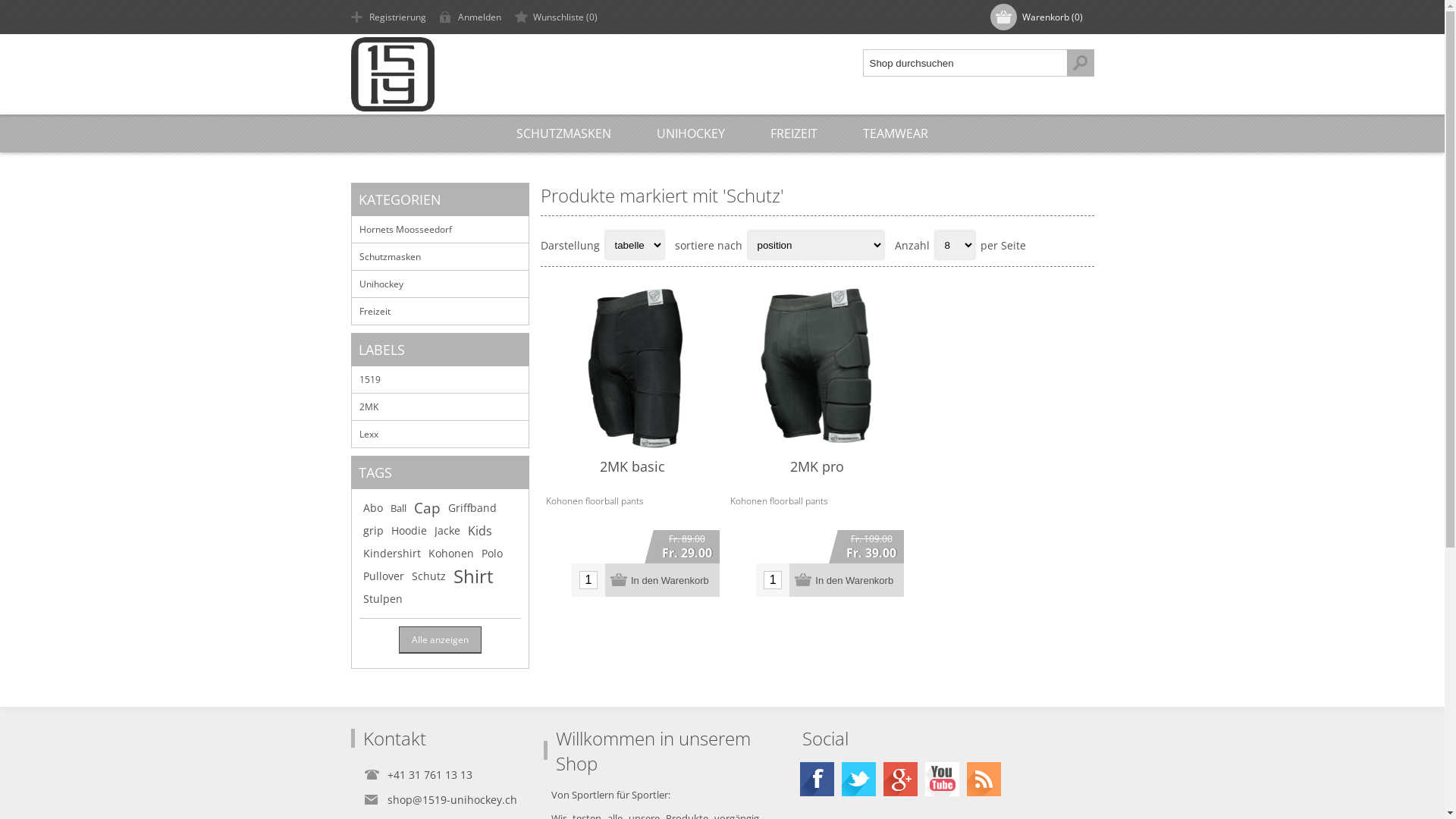  I want to click on 'Stulpen', so click(382, 598).